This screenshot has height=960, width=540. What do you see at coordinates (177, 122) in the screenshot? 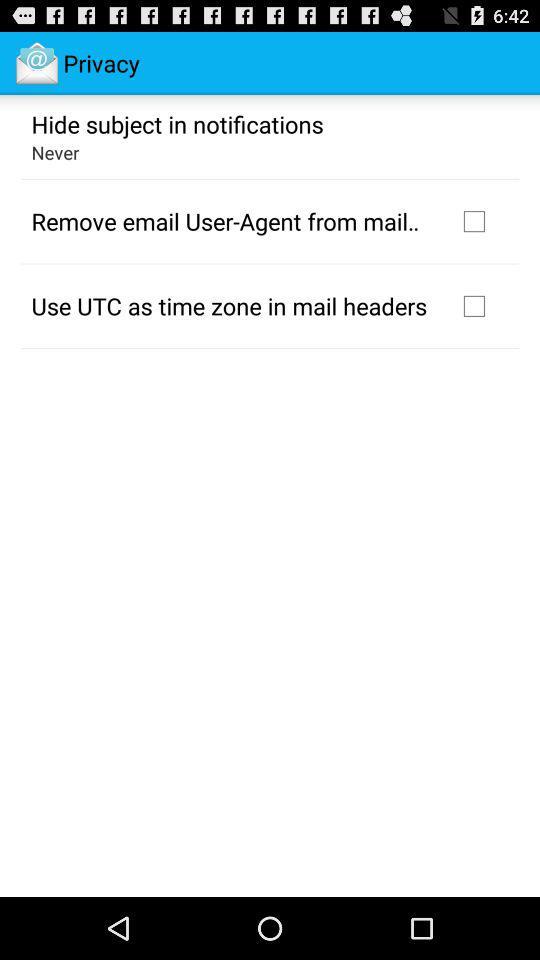
I see `the hide subject in icon` at bounding box center [177, 122].